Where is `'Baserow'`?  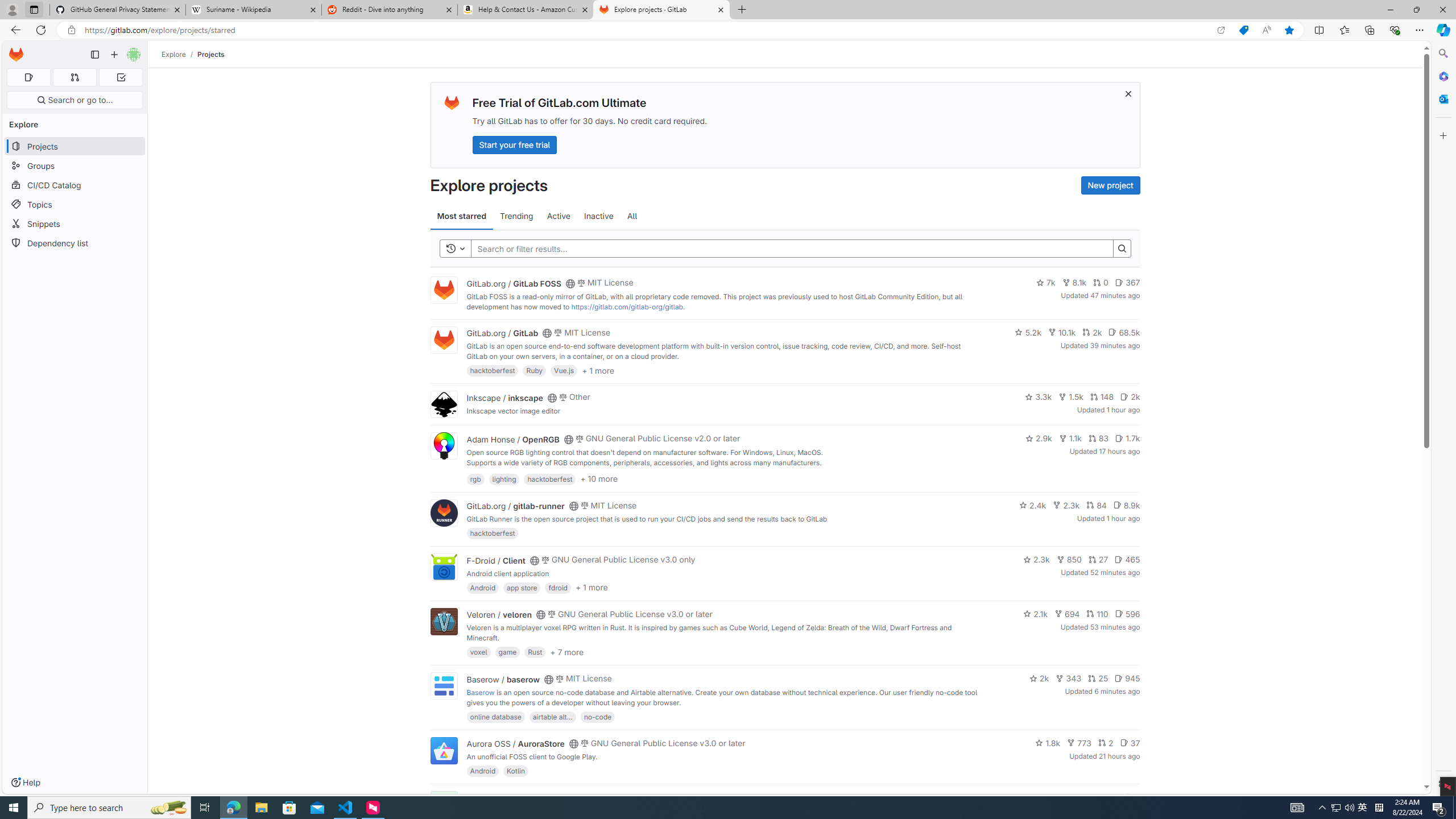
'Baserow' is located at coordinates (479, 692).